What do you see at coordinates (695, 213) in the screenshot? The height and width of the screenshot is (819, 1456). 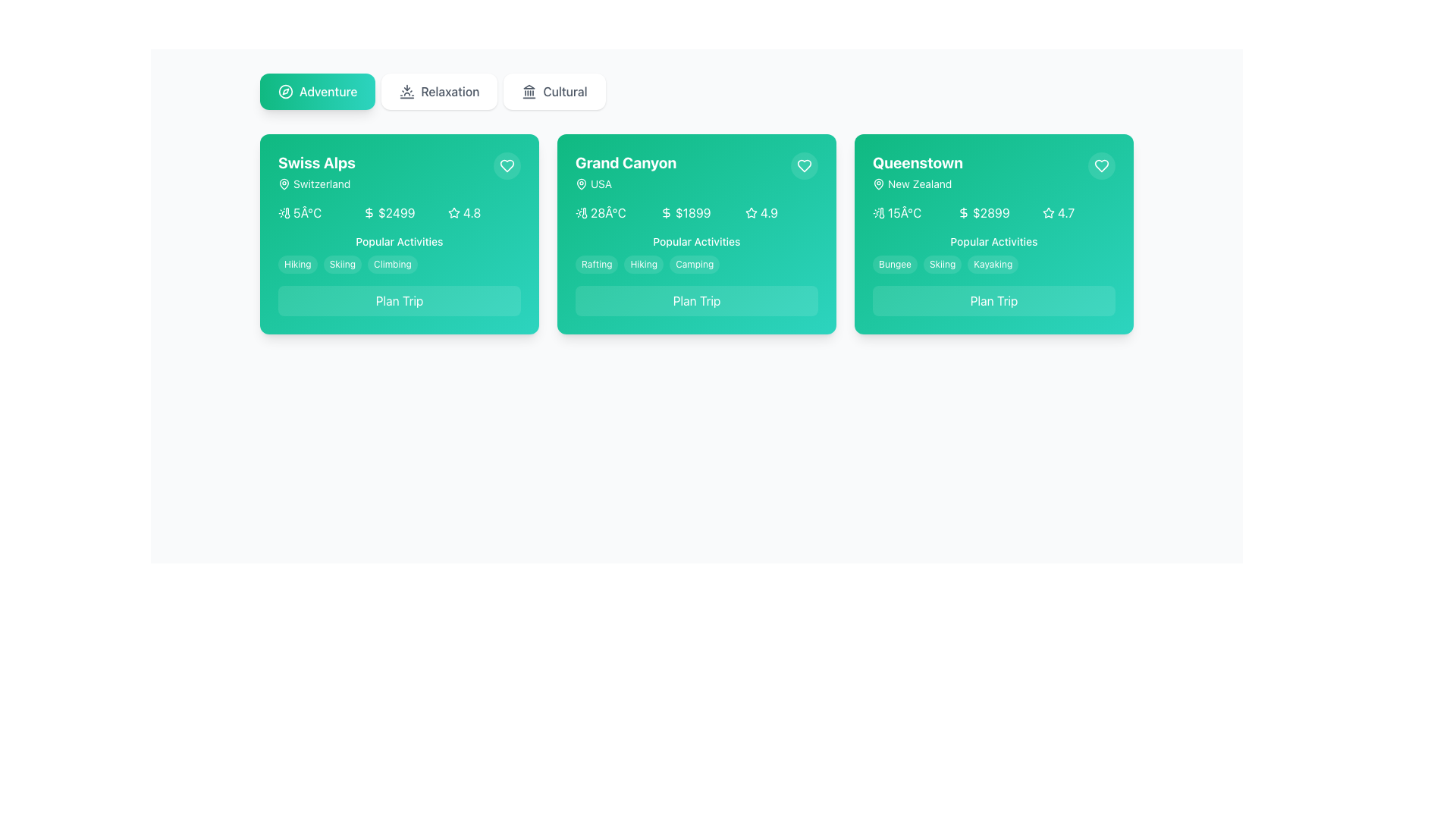 I see `the static text element displaying the cost for the 'Grand Canyon' offering, which is located between the temperature information and rating elements in the central column of the grid layout` at bounding box center [695, 213].